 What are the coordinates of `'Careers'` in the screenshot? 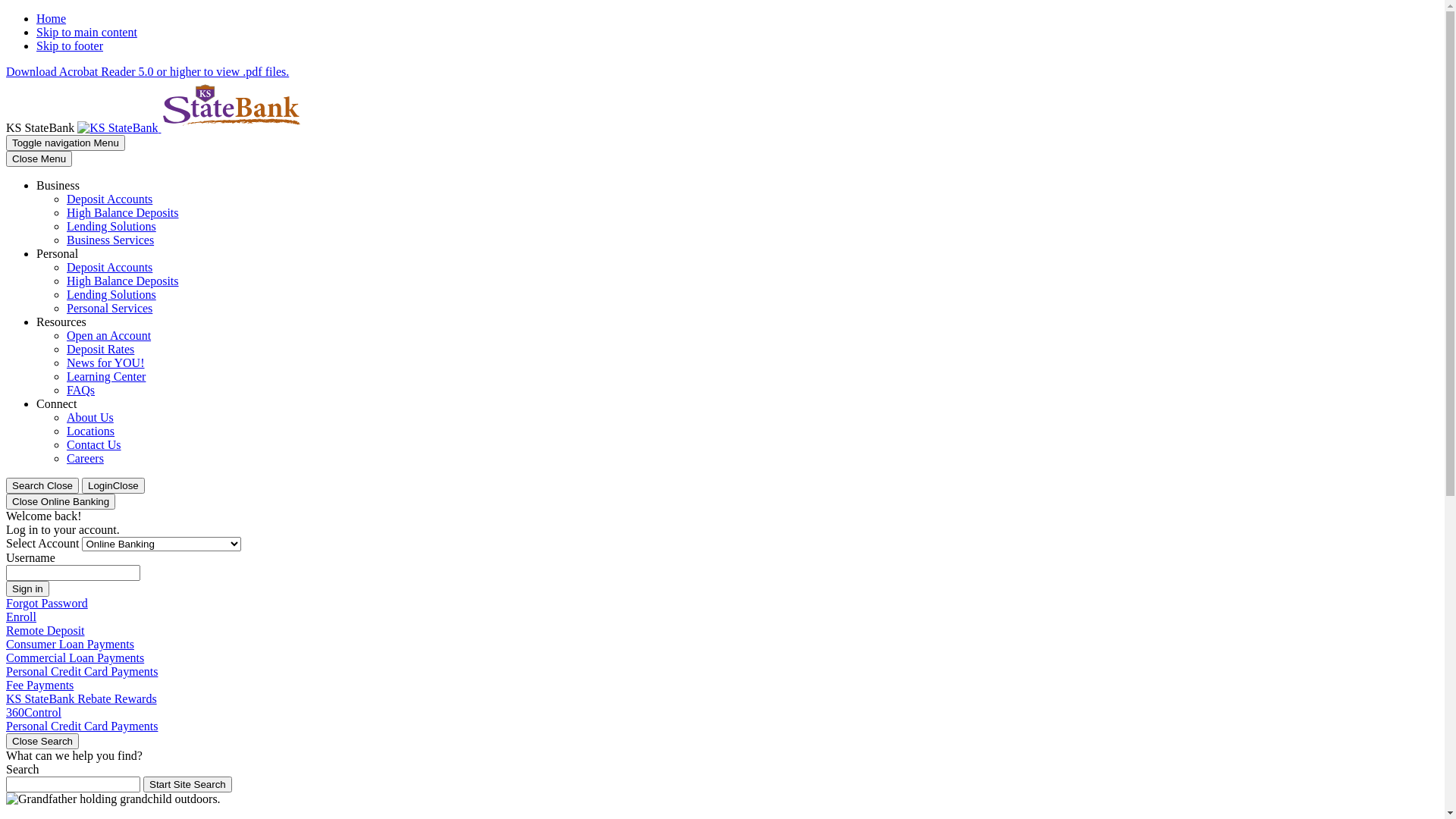 It's located at (84, 457).